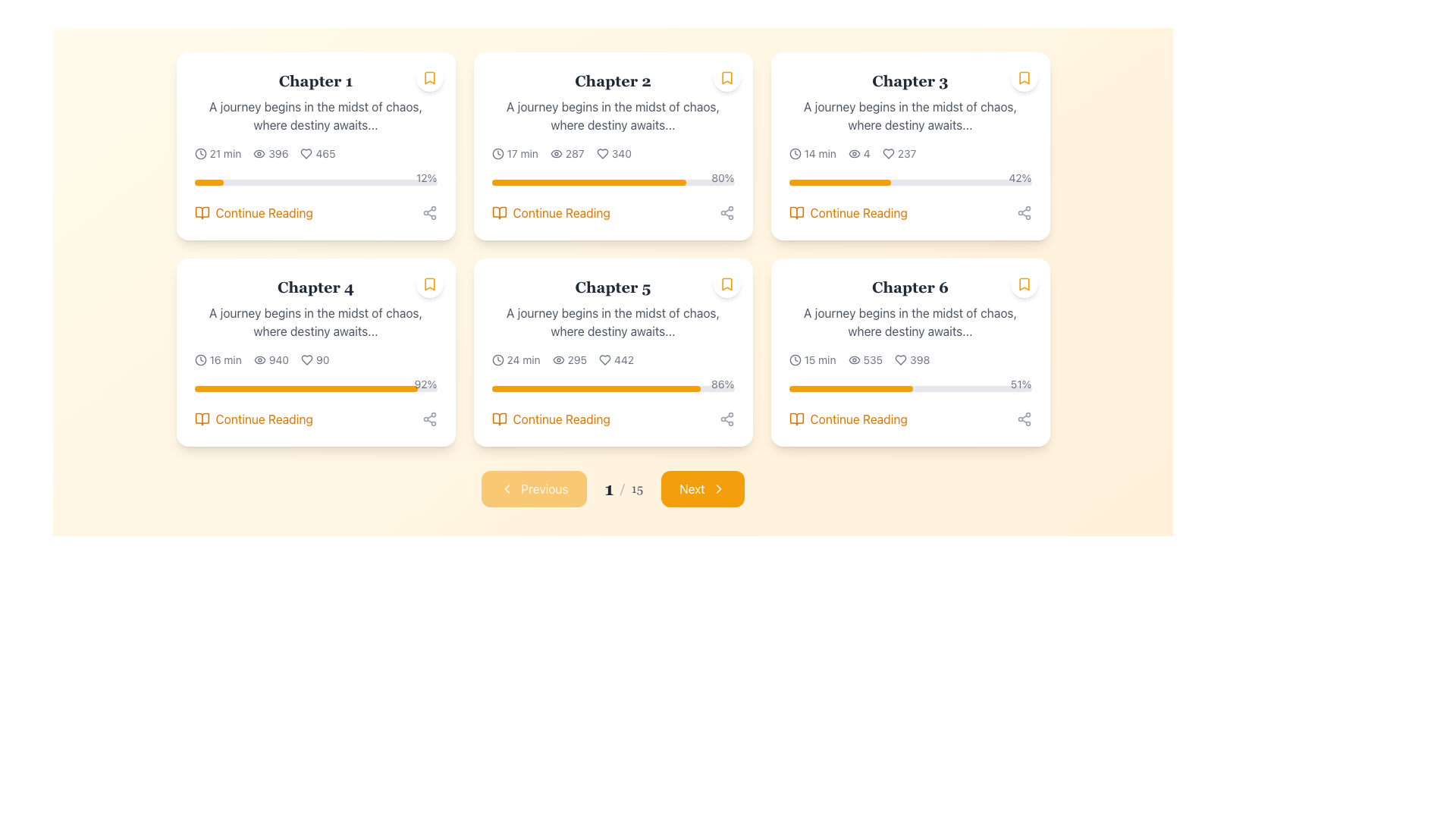 The width and height of the screenshot is (1456, 819). What do you see at coordinates (613, 102) in the screenshot?
I see `the Text with heading and subtitle that previews Chapter 2, located in the top row and middle column of a three-by-two grid layout` at bounding box center [613, 102].